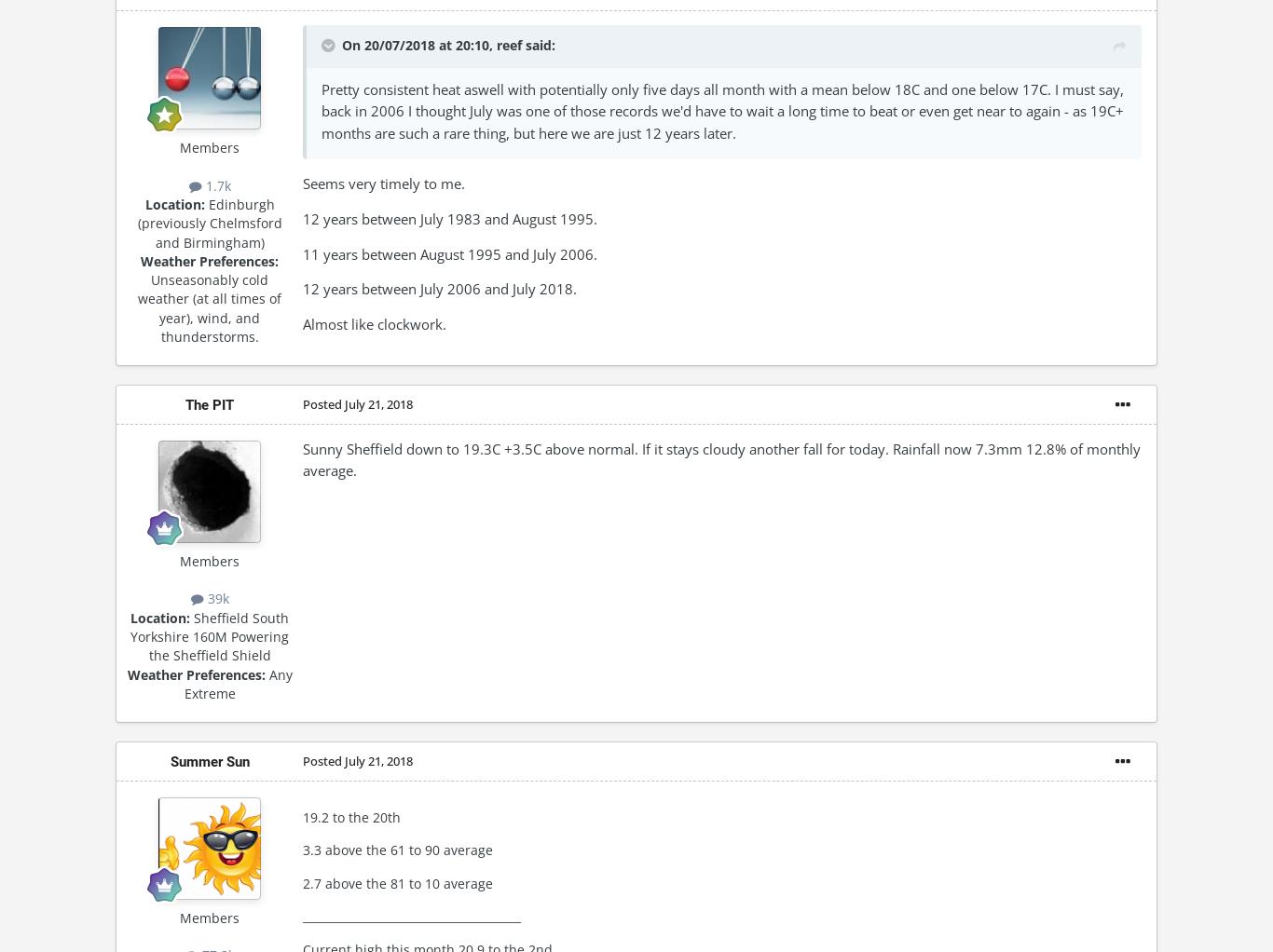  Describe the element at coordinates (208, 404) in the screenshot. I see `'The PIT'` at that location.